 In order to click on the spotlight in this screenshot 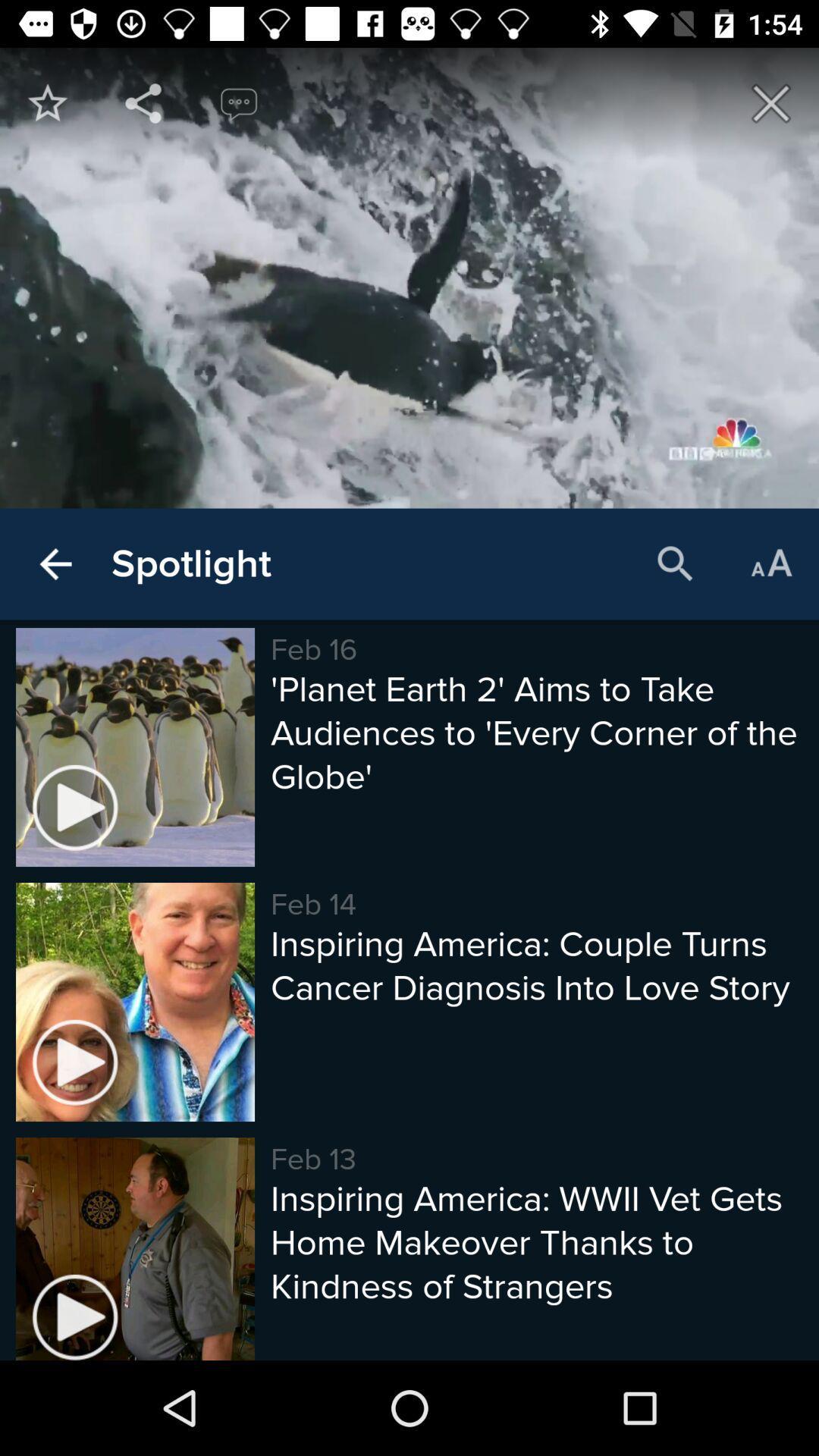, I will do `click(190, 563)`.